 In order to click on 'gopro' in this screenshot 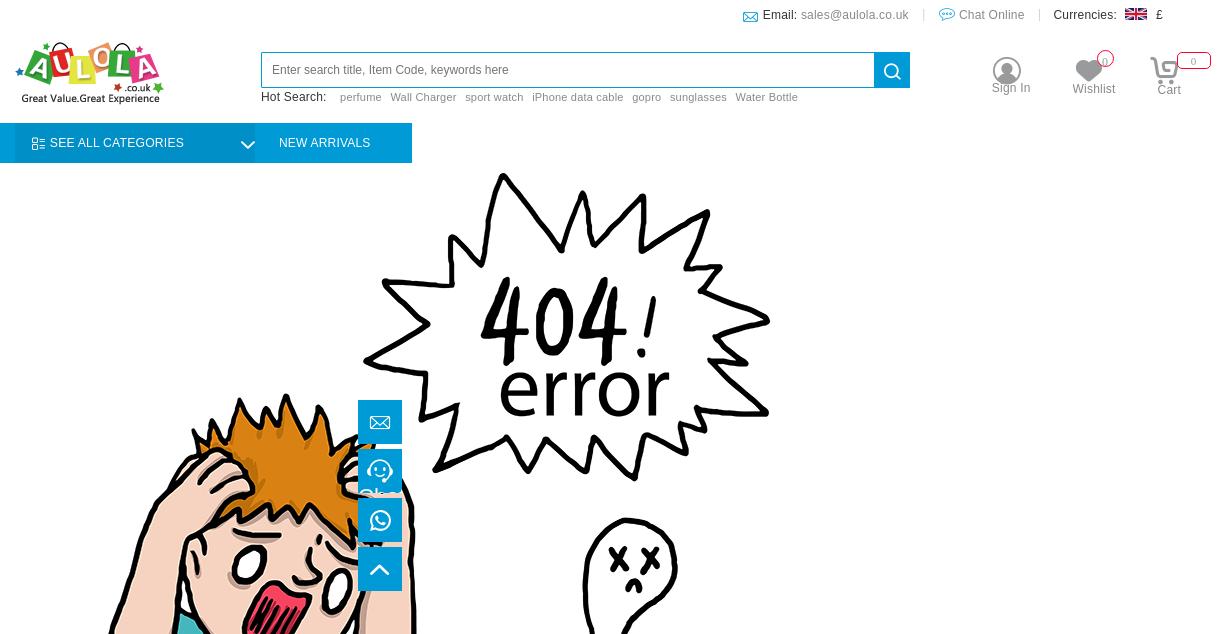, I will do `click(646, 96)`.